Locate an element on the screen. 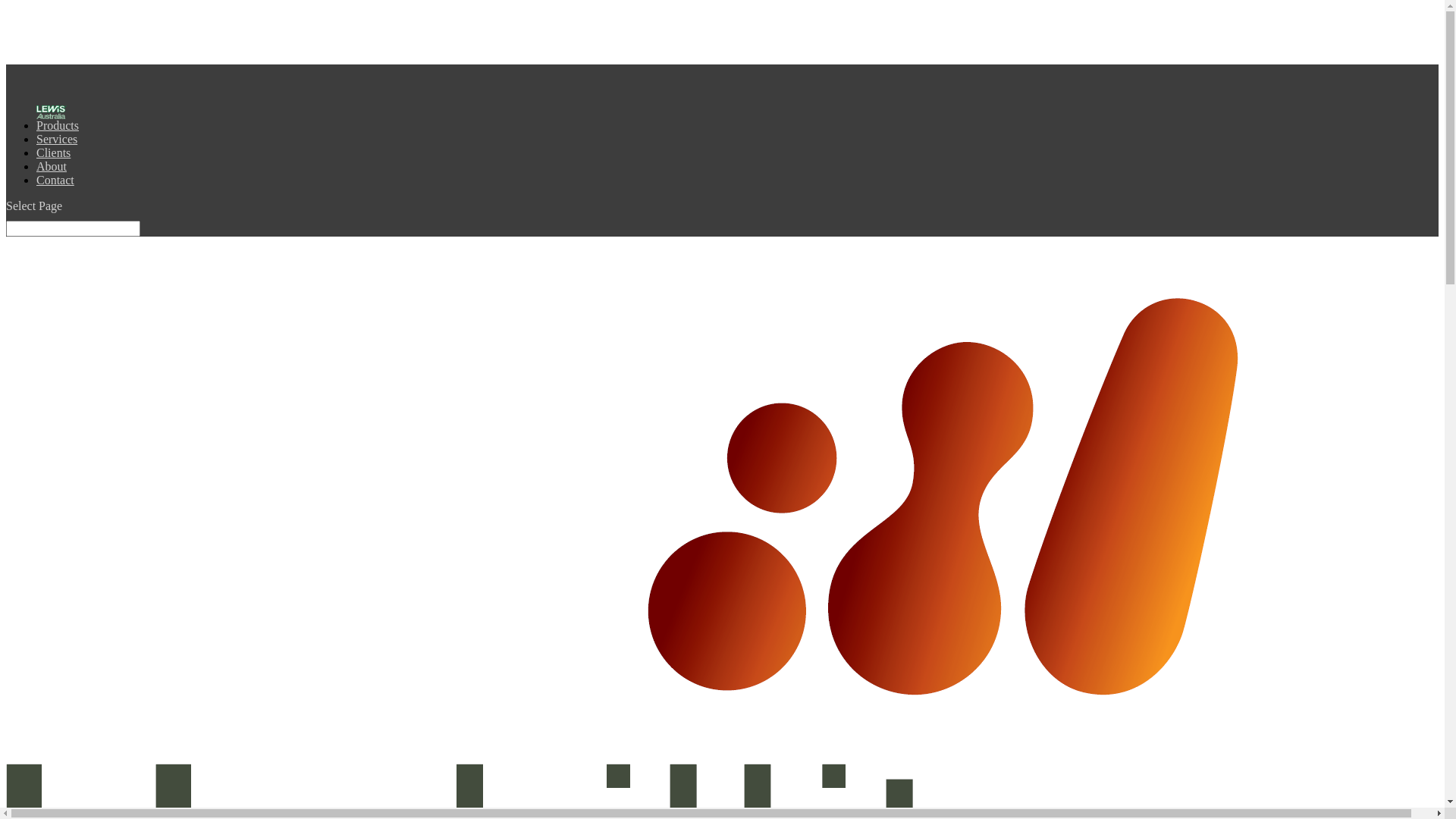 The height and width of the screenshot is (819, 1456). 'Search for:' is located at coordinates (72, 228).